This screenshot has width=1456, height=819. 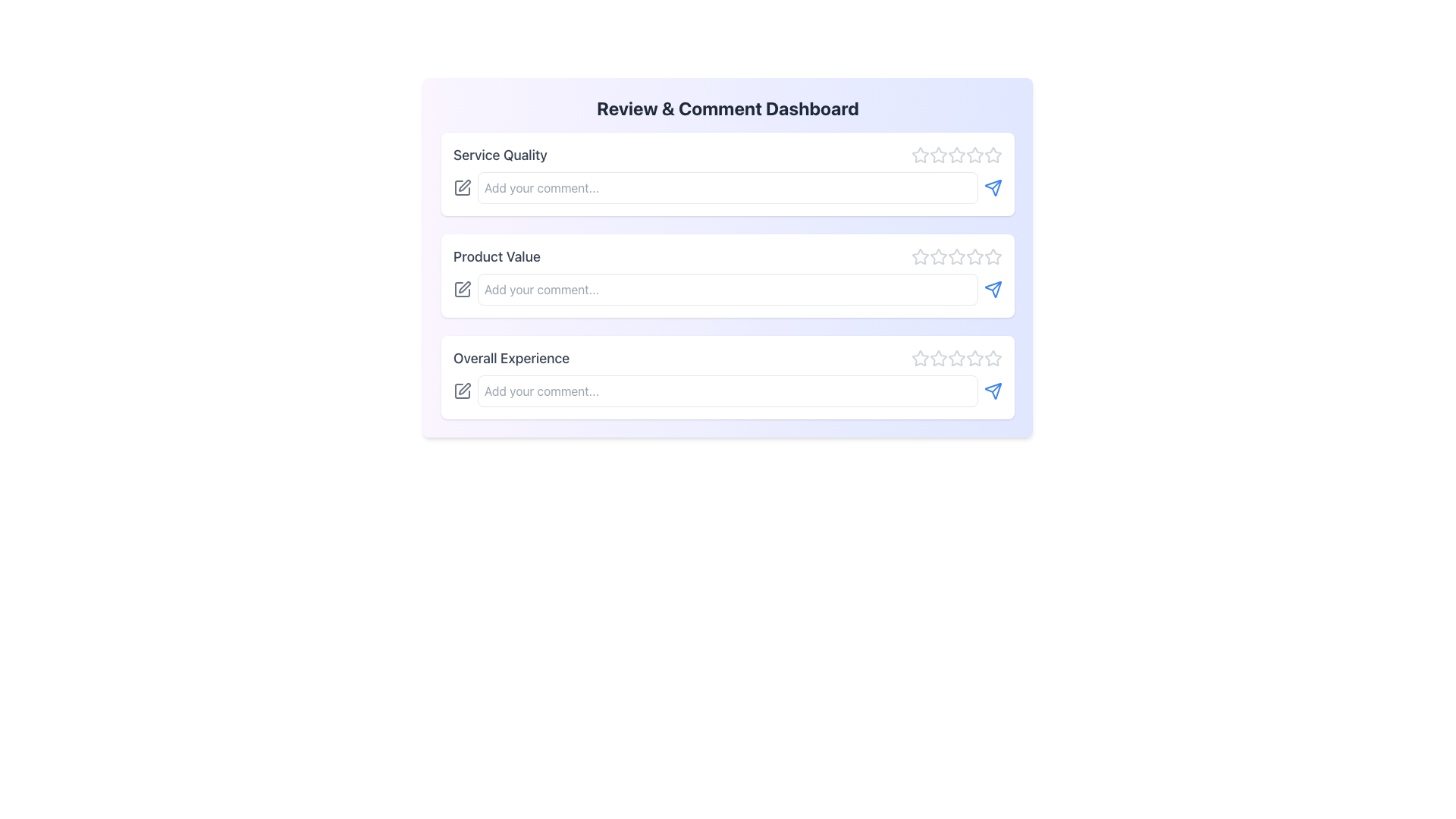 I want to click on the graphic icon associated with the 'Service Quality' label, which suggests functionality for editing or entering comments, so click(x=464, y=185).